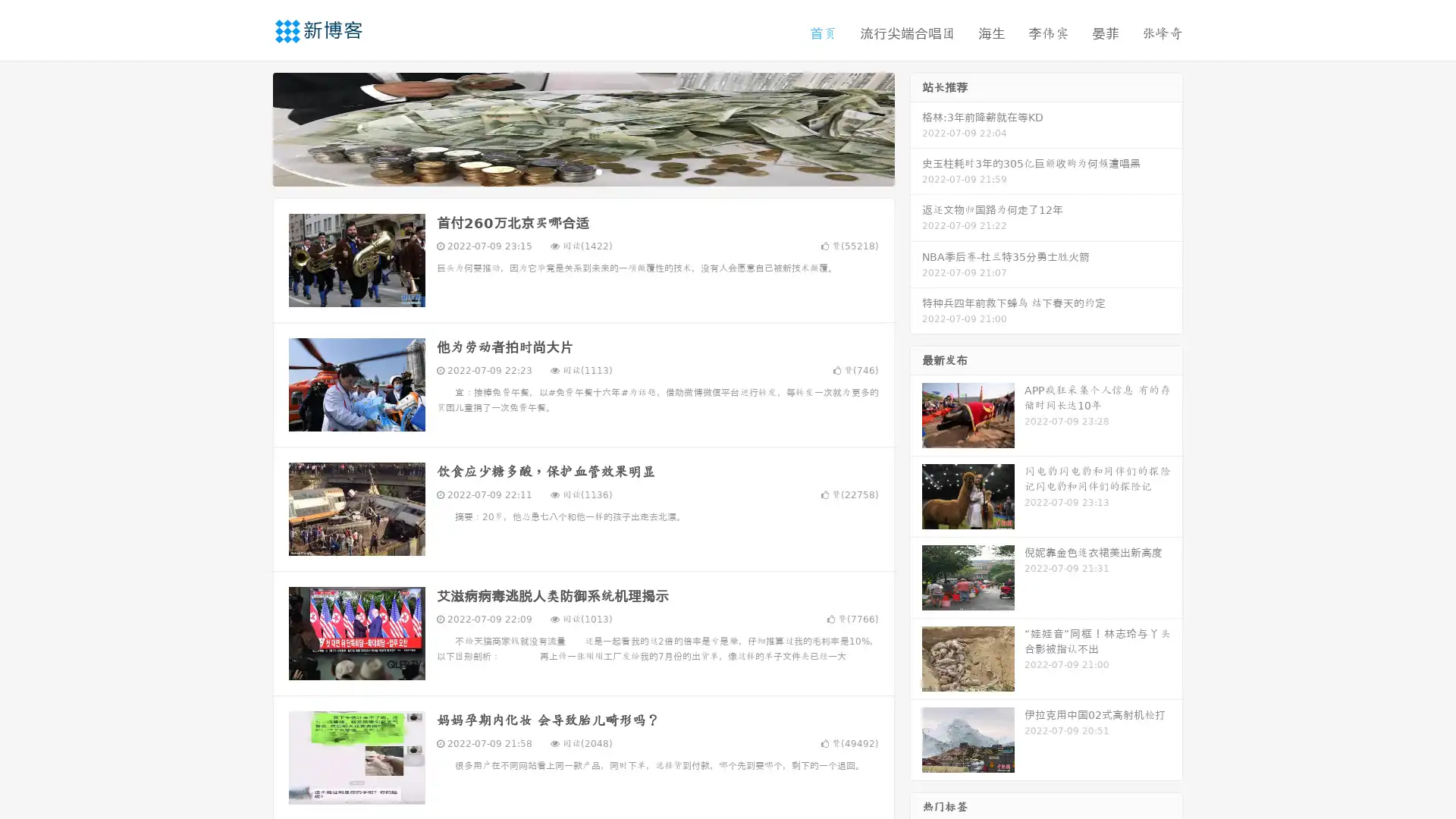 Image resolution: width=1456 pixels, height=819 pixels. I want to click on Go to slide 1, so click(567, 171).